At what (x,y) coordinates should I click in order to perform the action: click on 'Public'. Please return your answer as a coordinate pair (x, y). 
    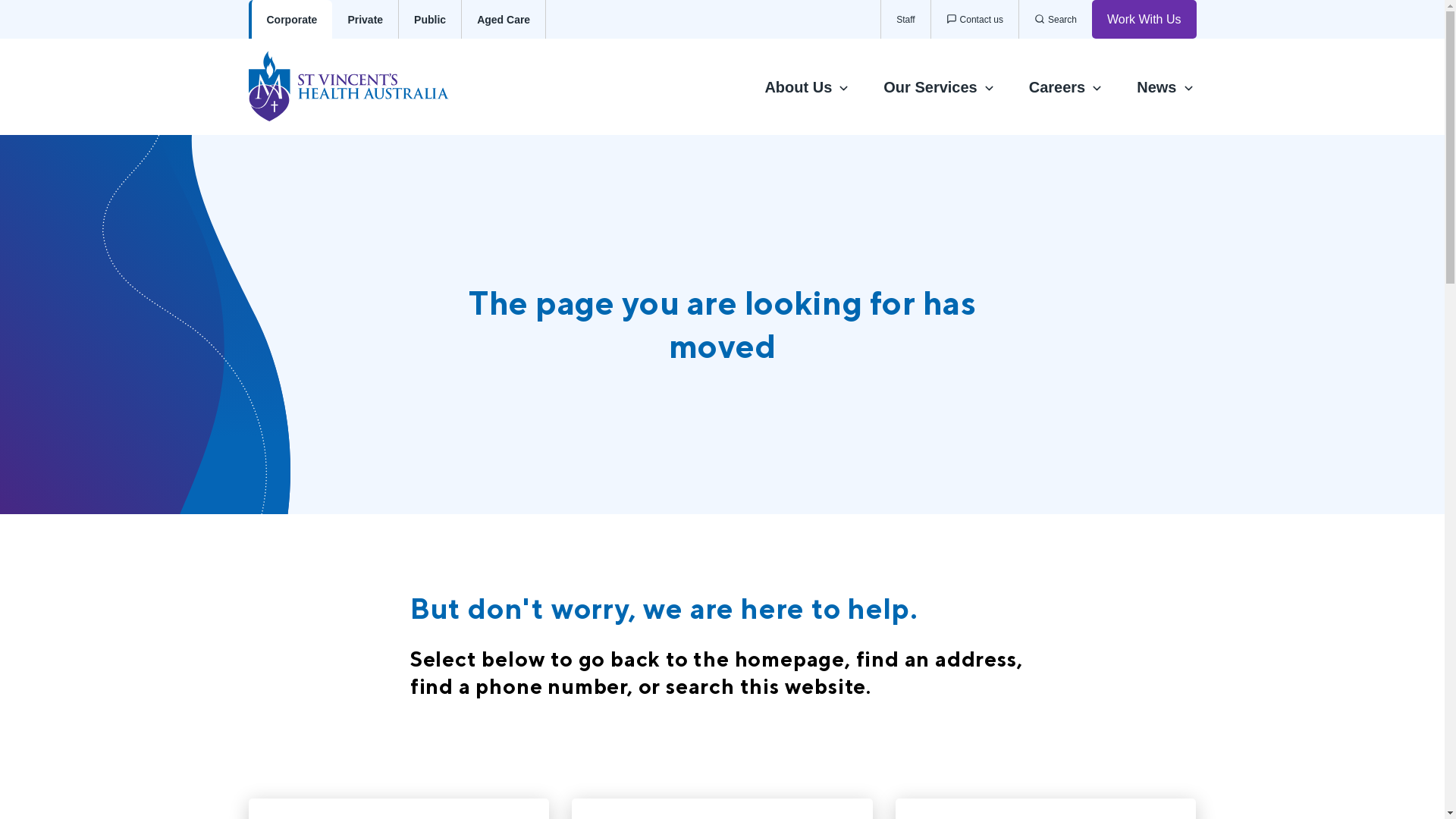
    Looking at the image, I should click on (429, 19).